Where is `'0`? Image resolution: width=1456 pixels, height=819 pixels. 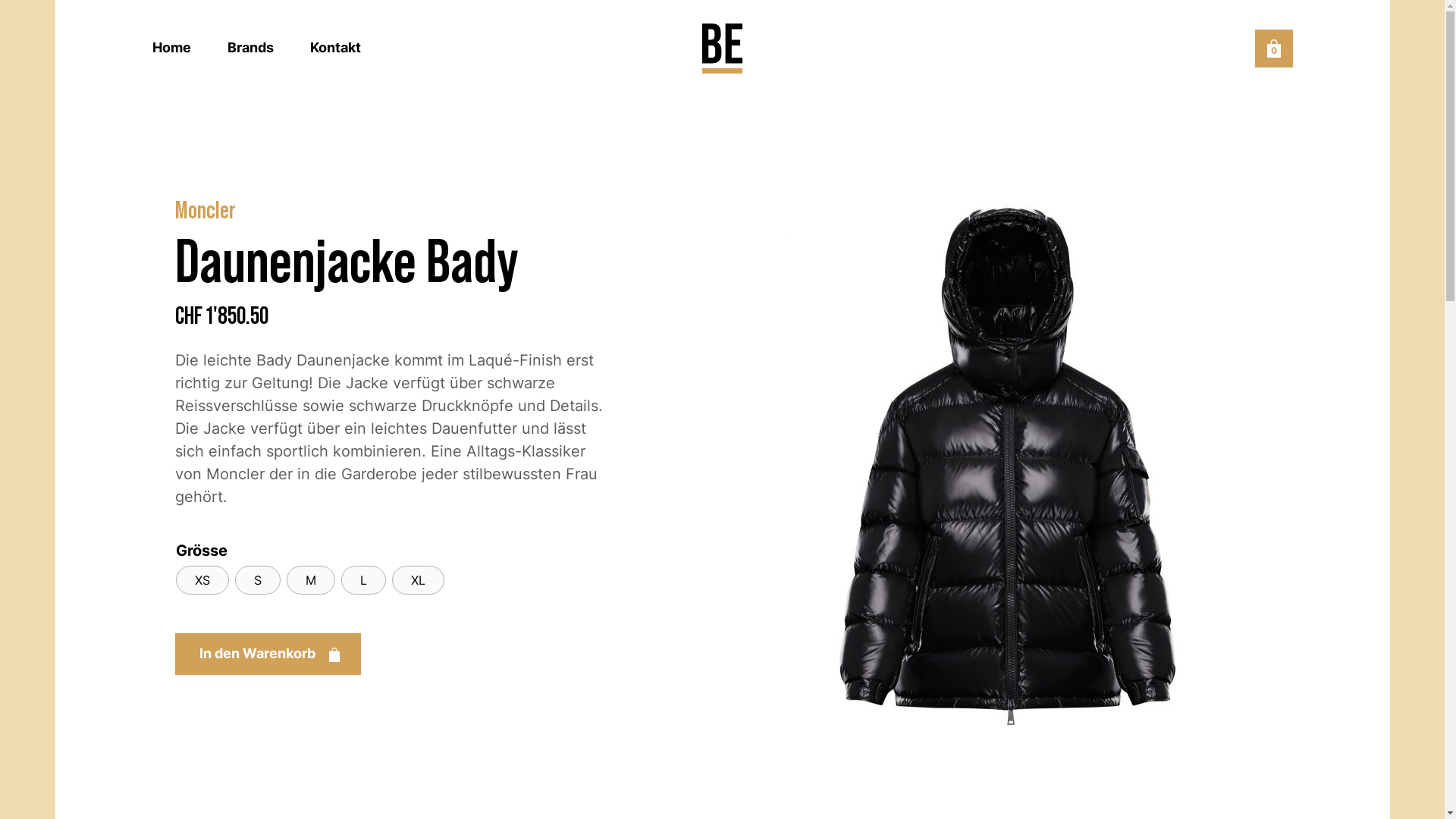
'0 is located at coordinates (1273, 48).